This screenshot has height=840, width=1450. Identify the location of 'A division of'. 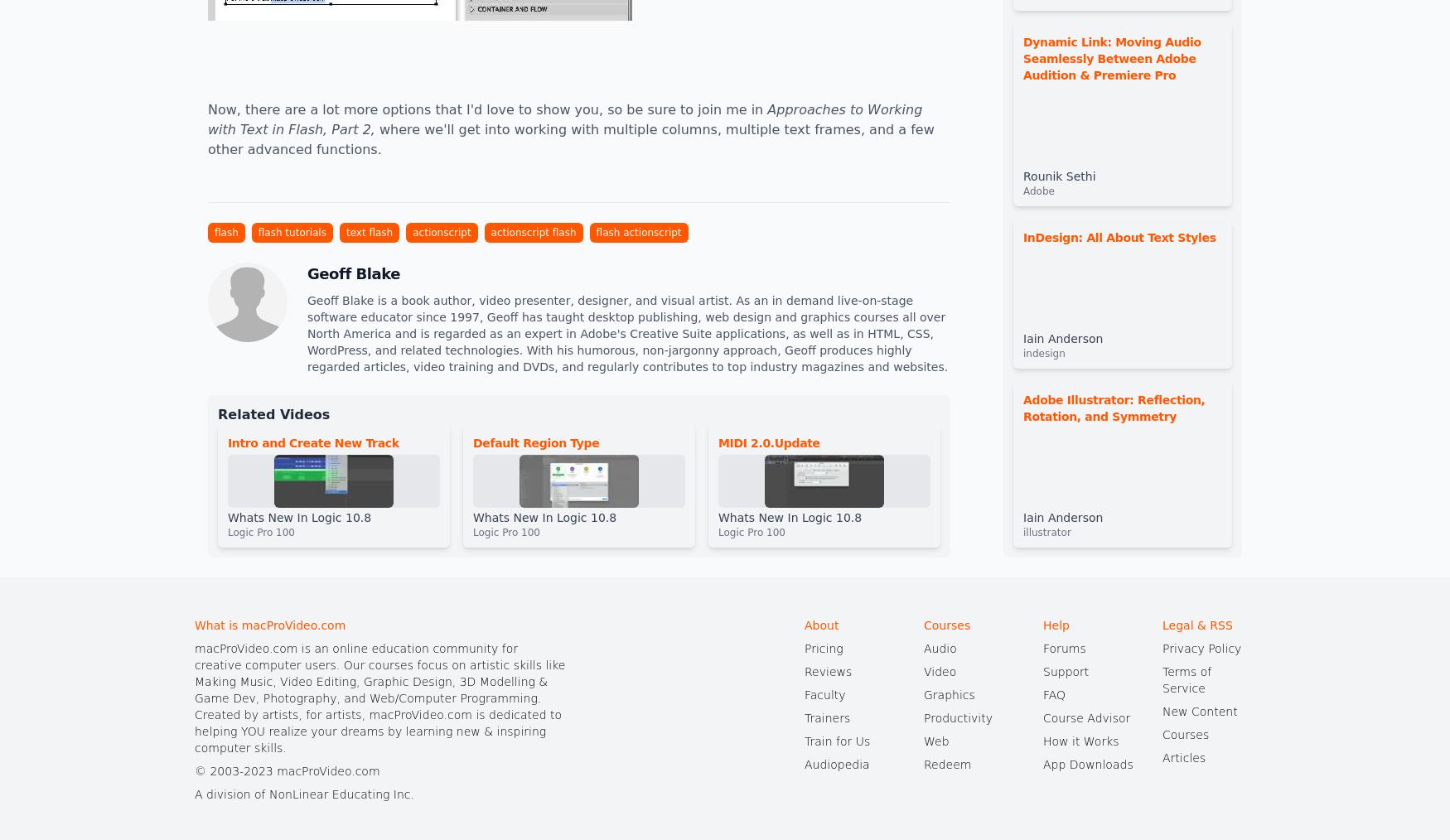
(231, 794).